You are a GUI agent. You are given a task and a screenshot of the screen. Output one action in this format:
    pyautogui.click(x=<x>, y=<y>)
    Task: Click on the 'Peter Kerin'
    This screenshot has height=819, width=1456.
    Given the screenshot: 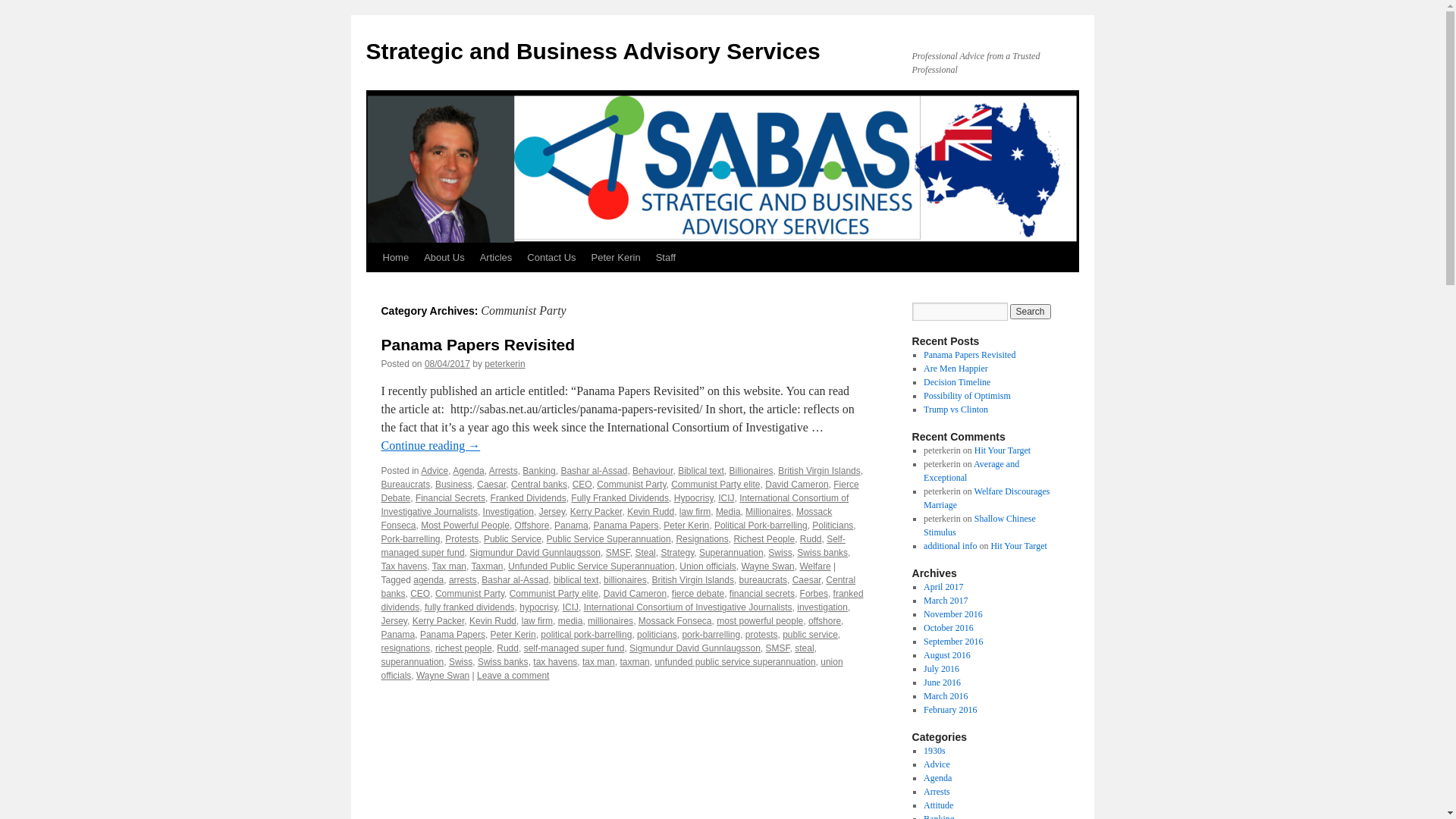 What is the action you would take?
    pyautogui.click(x=616, y=256)
    